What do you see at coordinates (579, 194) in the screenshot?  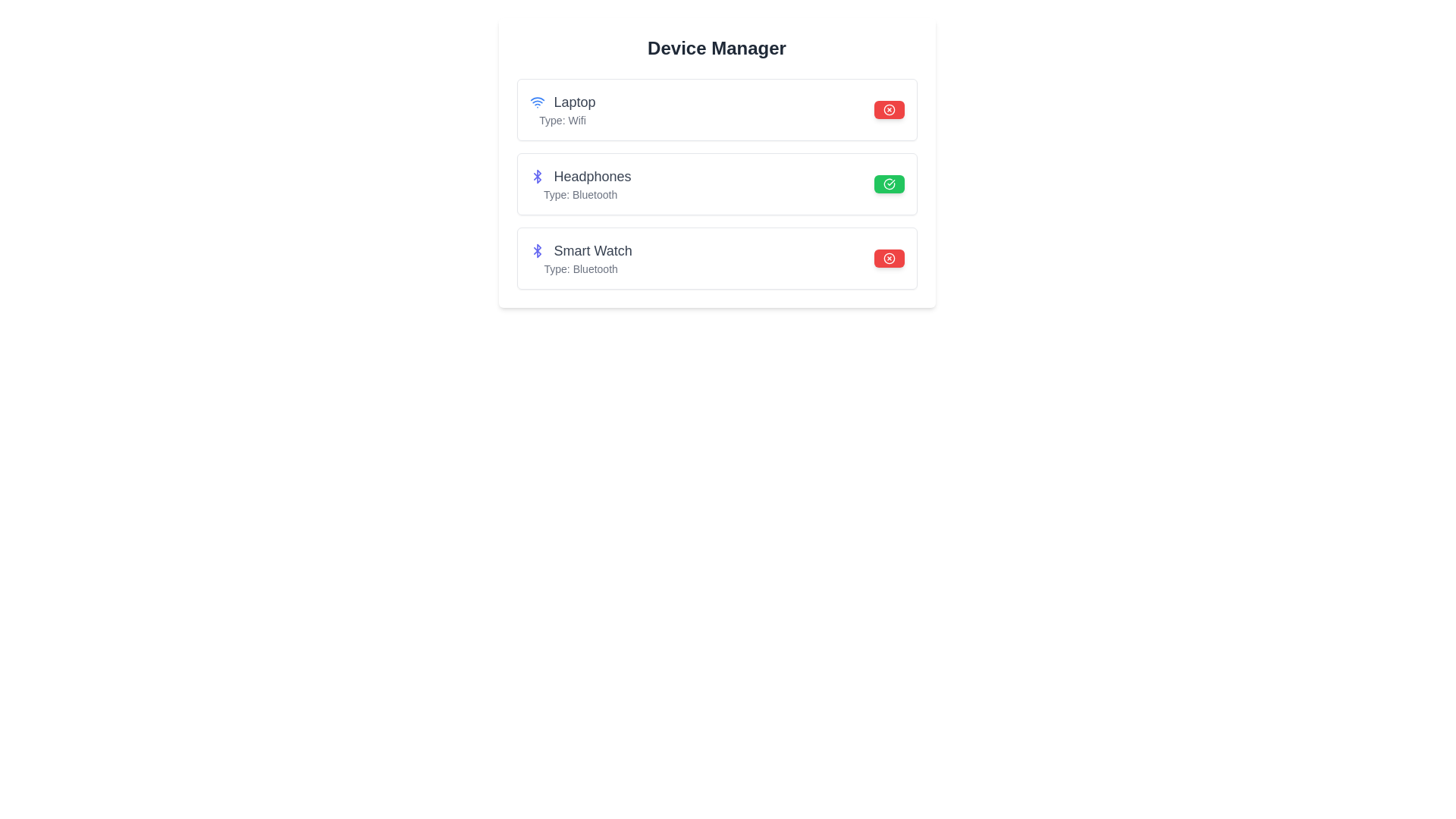 I see `the Text label that indicates Bluetooth connectivity, located beneath the title 'Headphones' in the device list` at bounding box center [579, 194].